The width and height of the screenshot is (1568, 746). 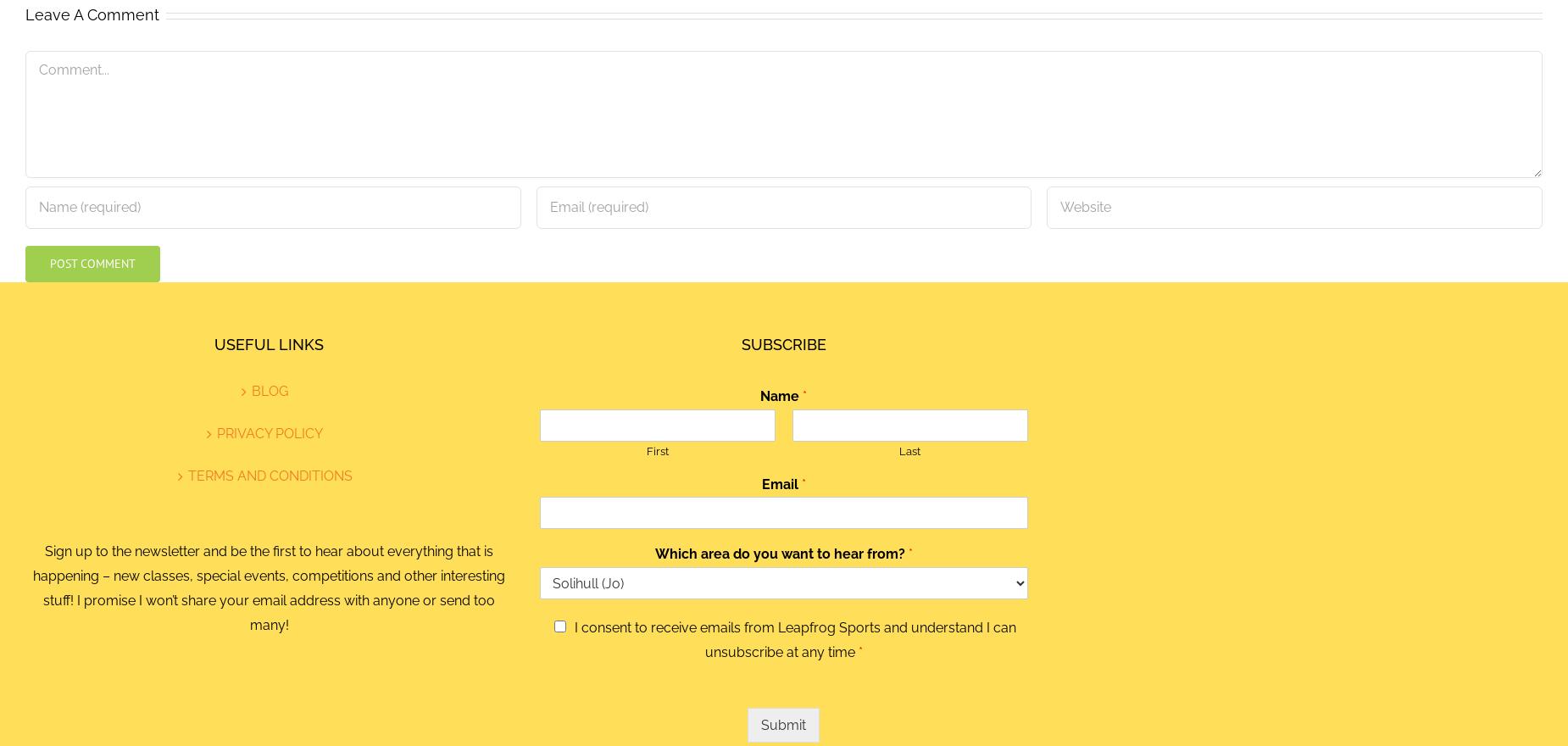 I want to click on 'Leave A Comment', so click(x=91, y=14).